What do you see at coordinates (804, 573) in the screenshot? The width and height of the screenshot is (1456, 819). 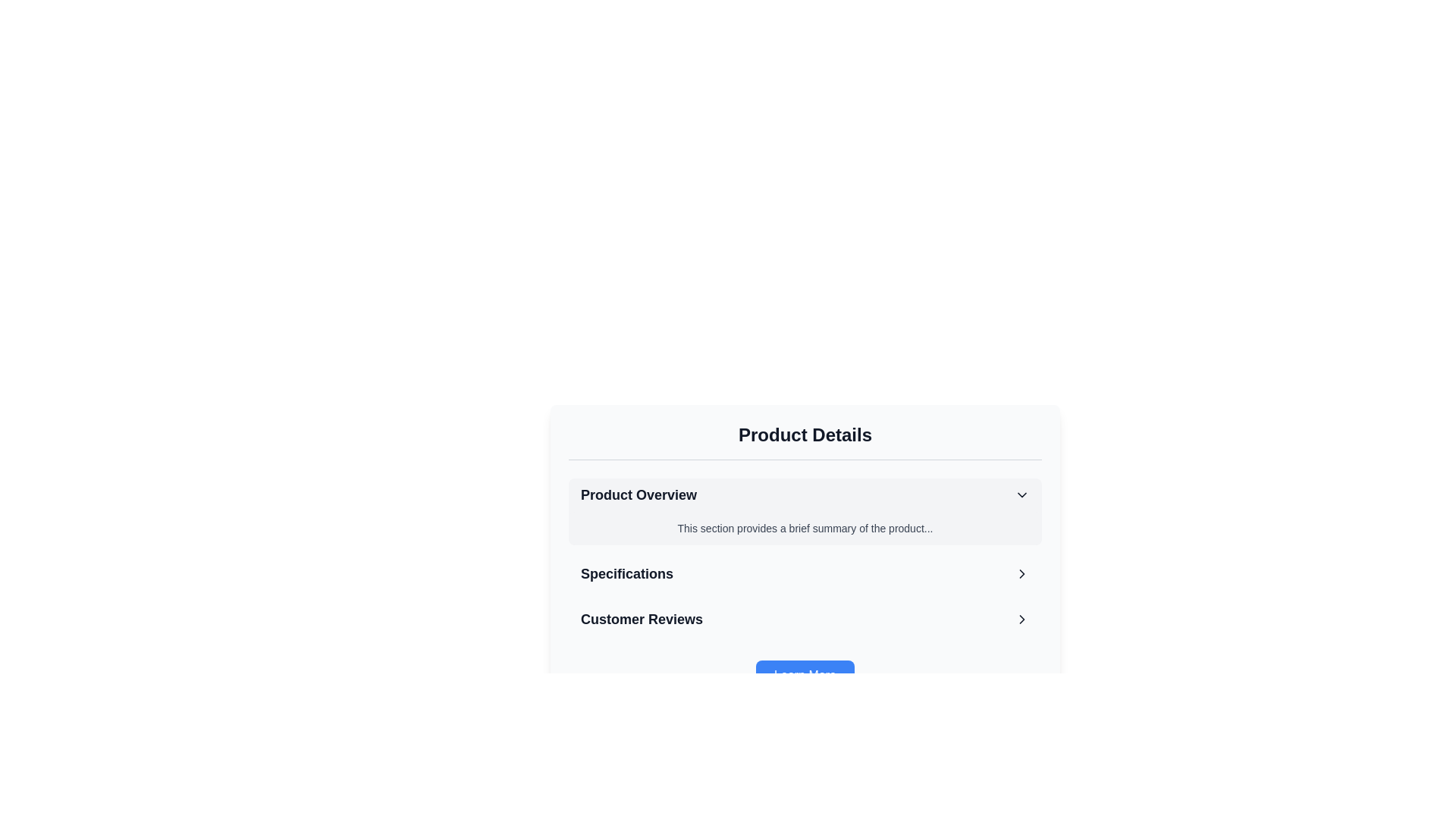 I see `the 'Specifications' option in the 'Product Details' section` at bounding box center [804, 573].